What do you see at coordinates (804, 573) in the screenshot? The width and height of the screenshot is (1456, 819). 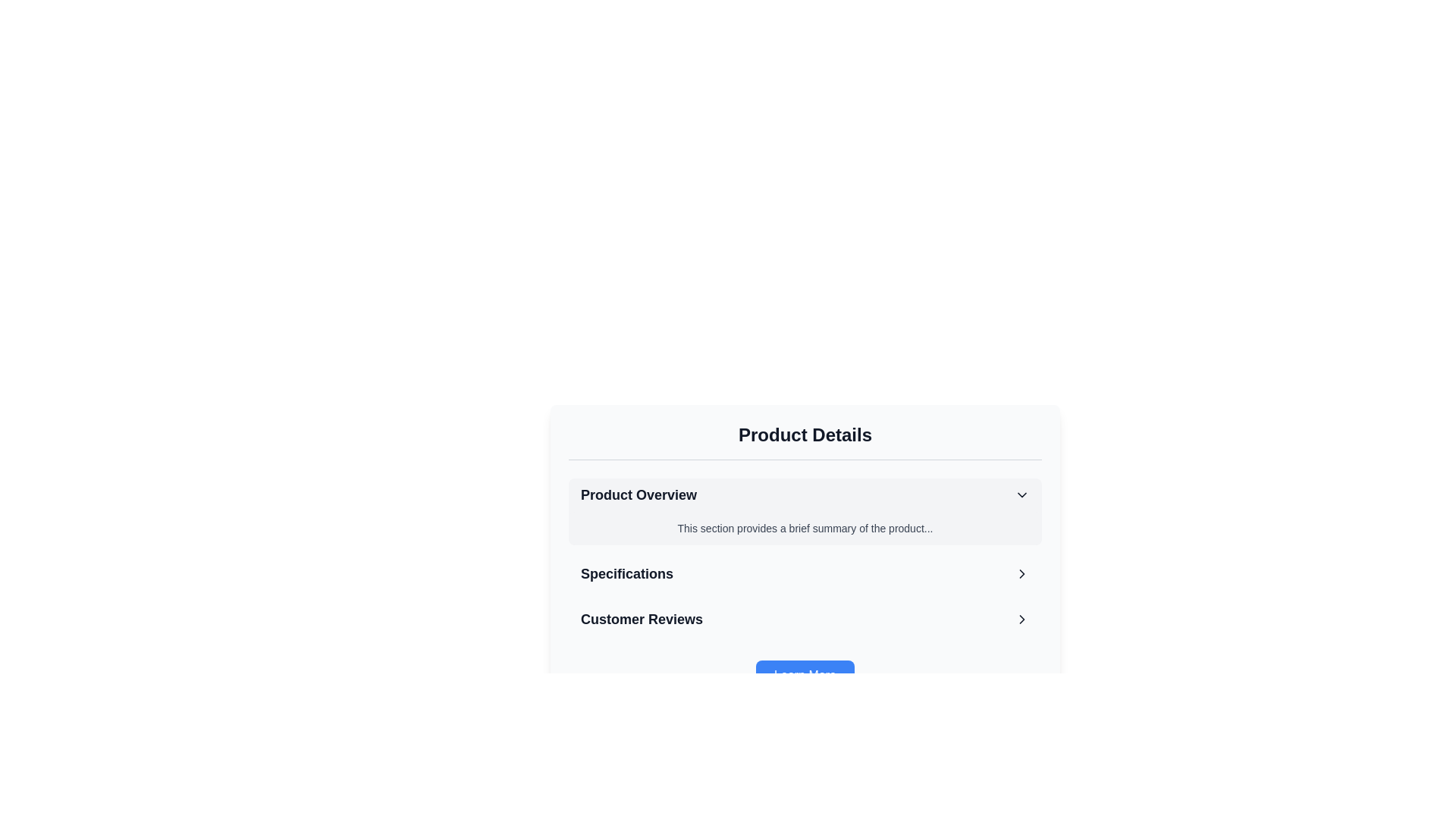 I see `the 'Specifications' option in the 'Product Details' section` at bounding box center [804, 573].